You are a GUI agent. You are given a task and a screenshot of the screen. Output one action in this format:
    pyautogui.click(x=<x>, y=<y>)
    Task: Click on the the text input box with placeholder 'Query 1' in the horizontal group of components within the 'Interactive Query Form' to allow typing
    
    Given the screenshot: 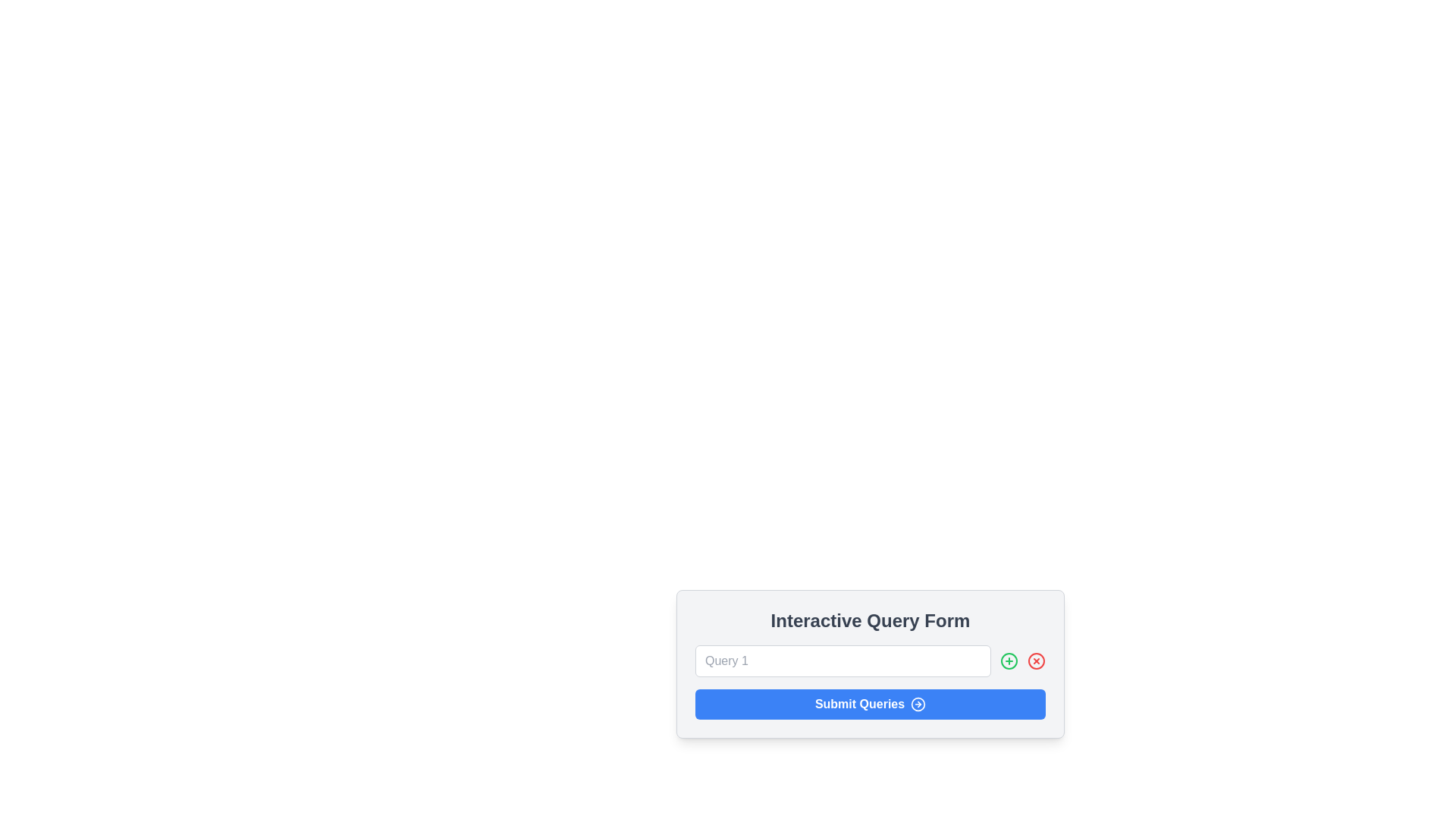 What is the action you would take?
    pyautogui.click(x=870, y=660)
    